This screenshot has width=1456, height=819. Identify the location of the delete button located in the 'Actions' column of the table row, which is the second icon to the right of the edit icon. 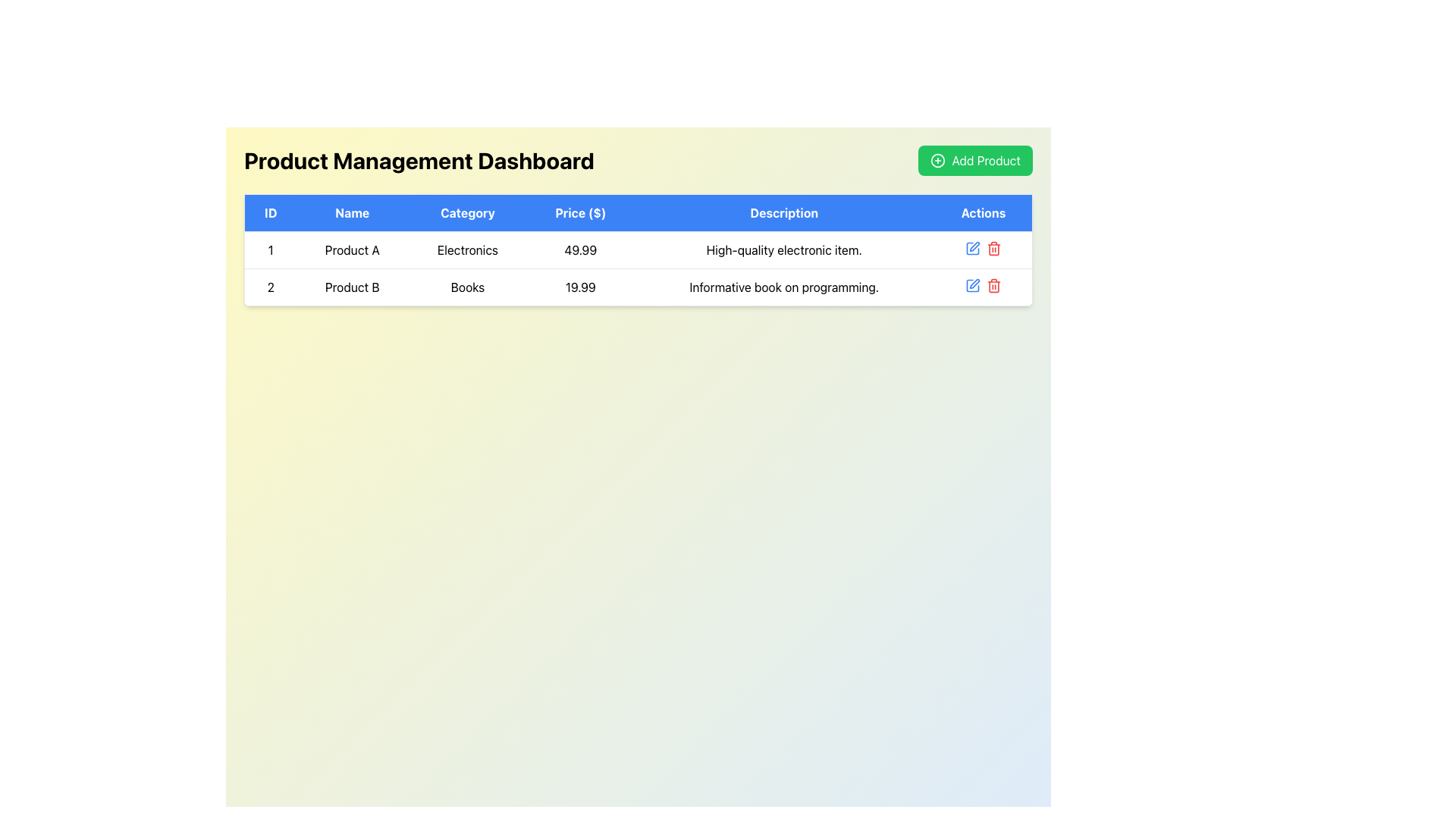
(993, 286).